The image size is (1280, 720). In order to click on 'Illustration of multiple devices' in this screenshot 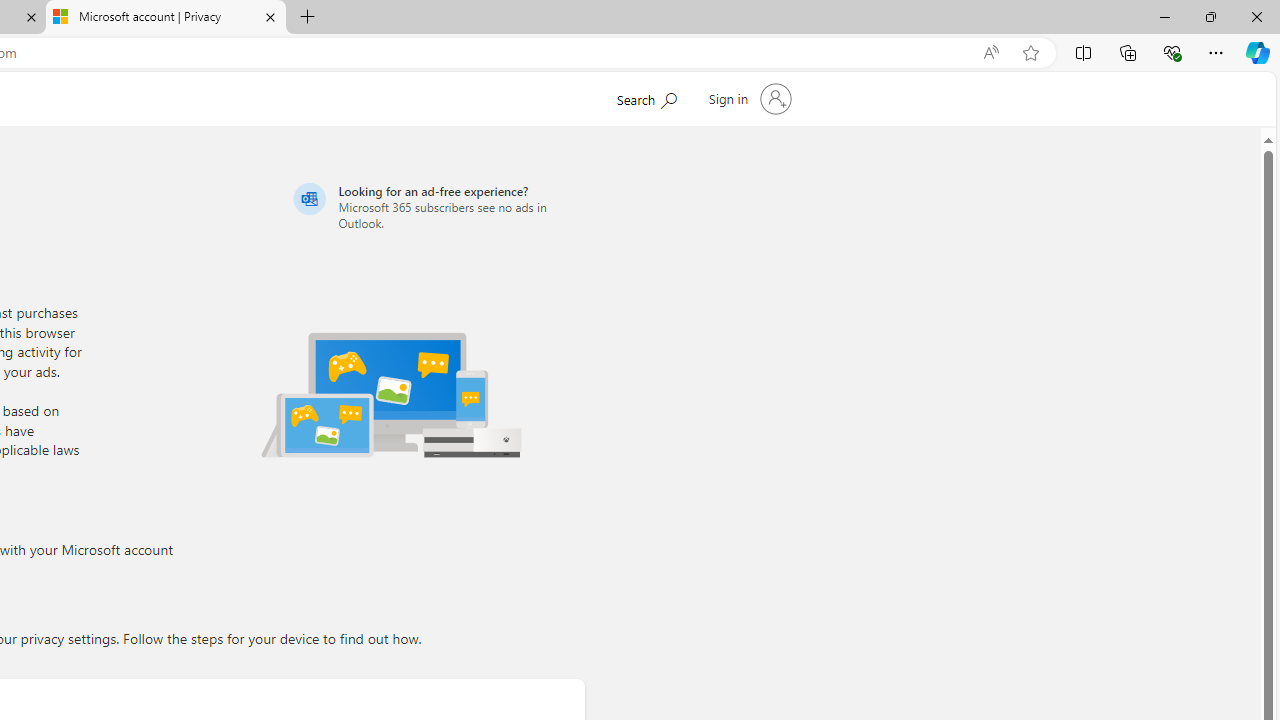, I will do `click(391, 394)`.